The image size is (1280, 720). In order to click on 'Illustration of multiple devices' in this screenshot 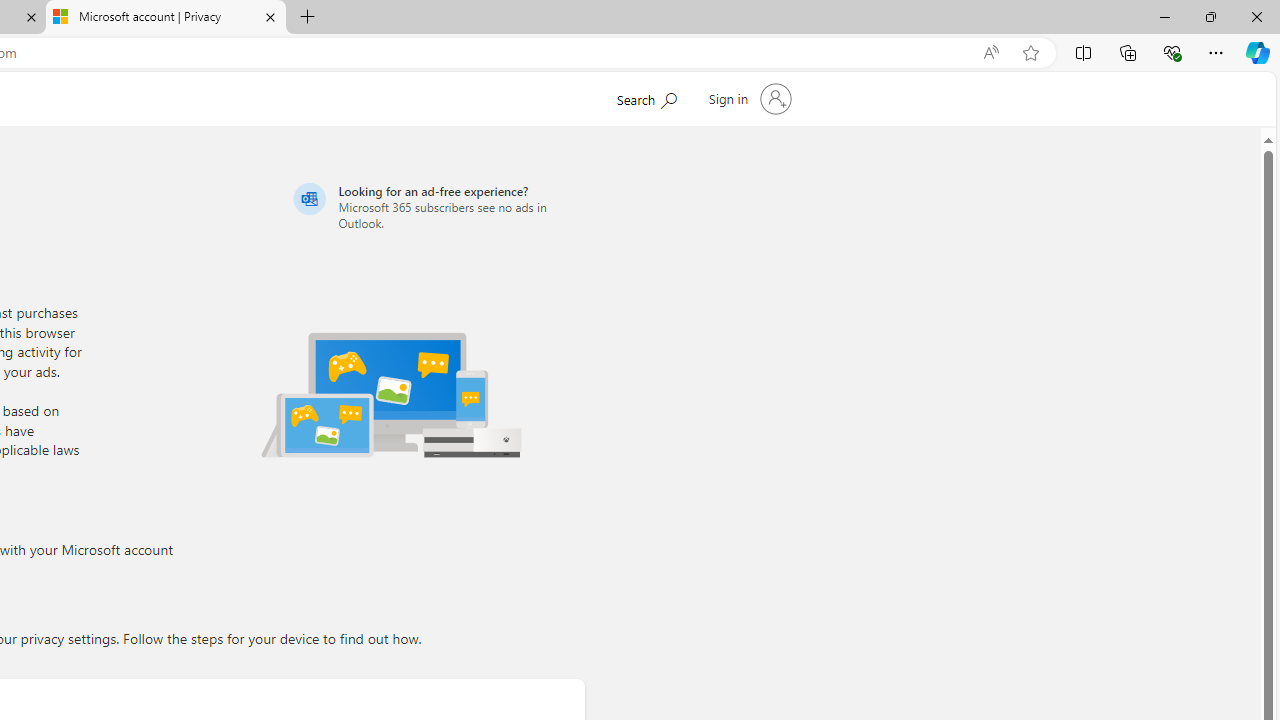, I will do `click(391, 394)`.